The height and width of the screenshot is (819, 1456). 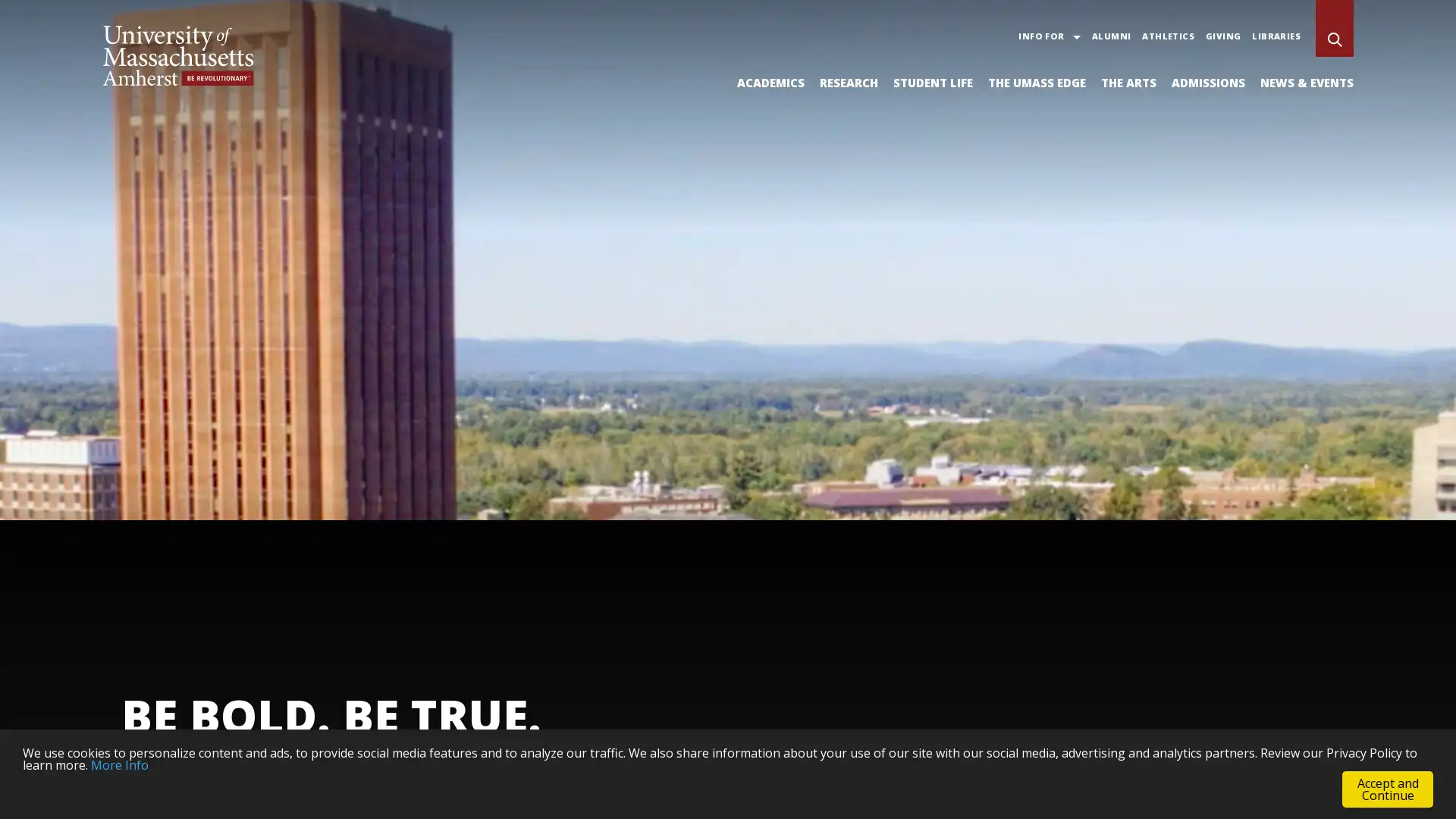 I want to click on Pause Background Video, so click(x=1412, y=776).